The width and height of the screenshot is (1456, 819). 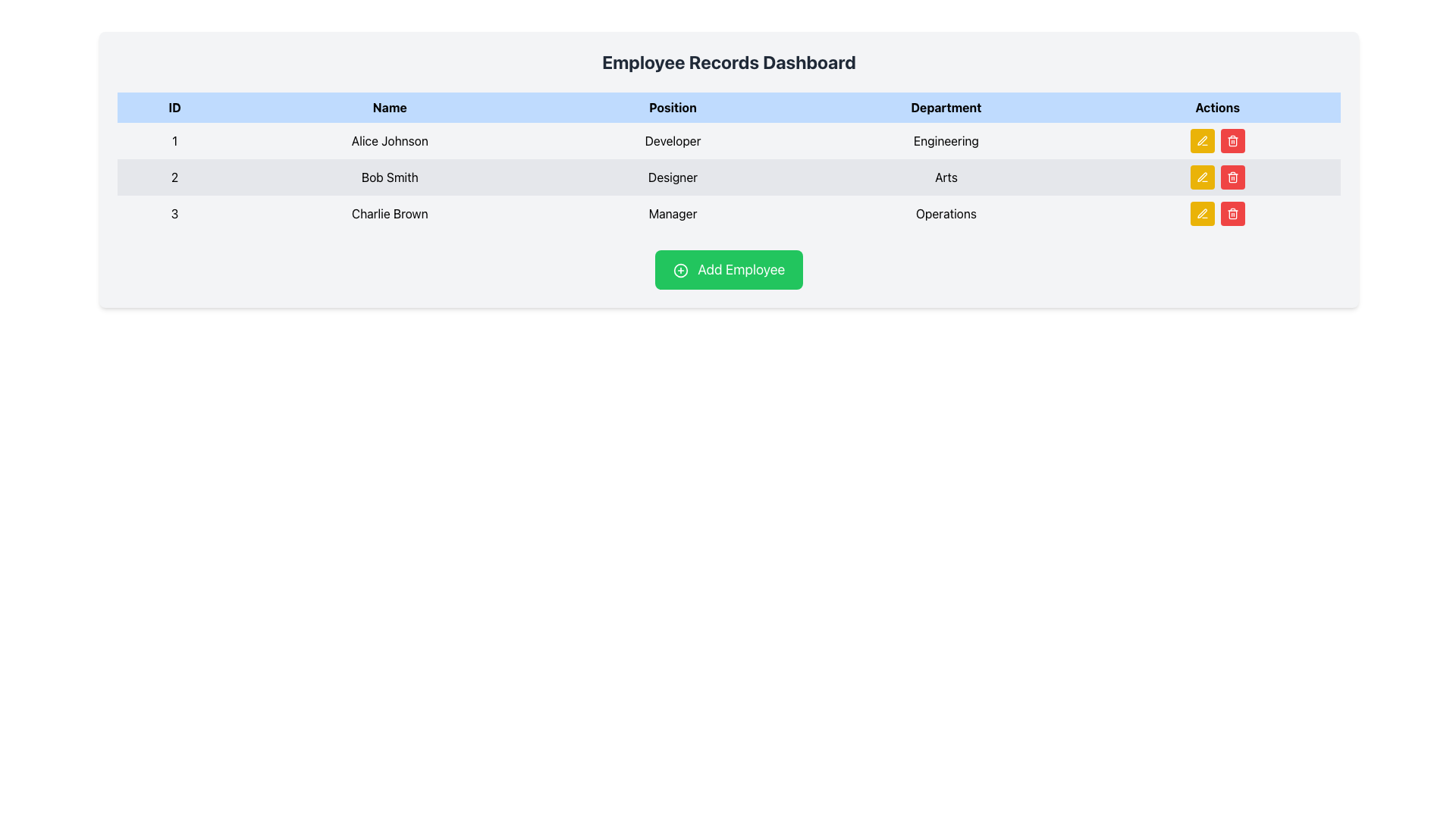 What do you see at coordinates (679, 270) in the screenshot?
I see `the small circular icon with a plus sign located to the left of the 'Add Employee' button's text, which is within the green button at the bottom of the interface` at bounding box center [679, 270].